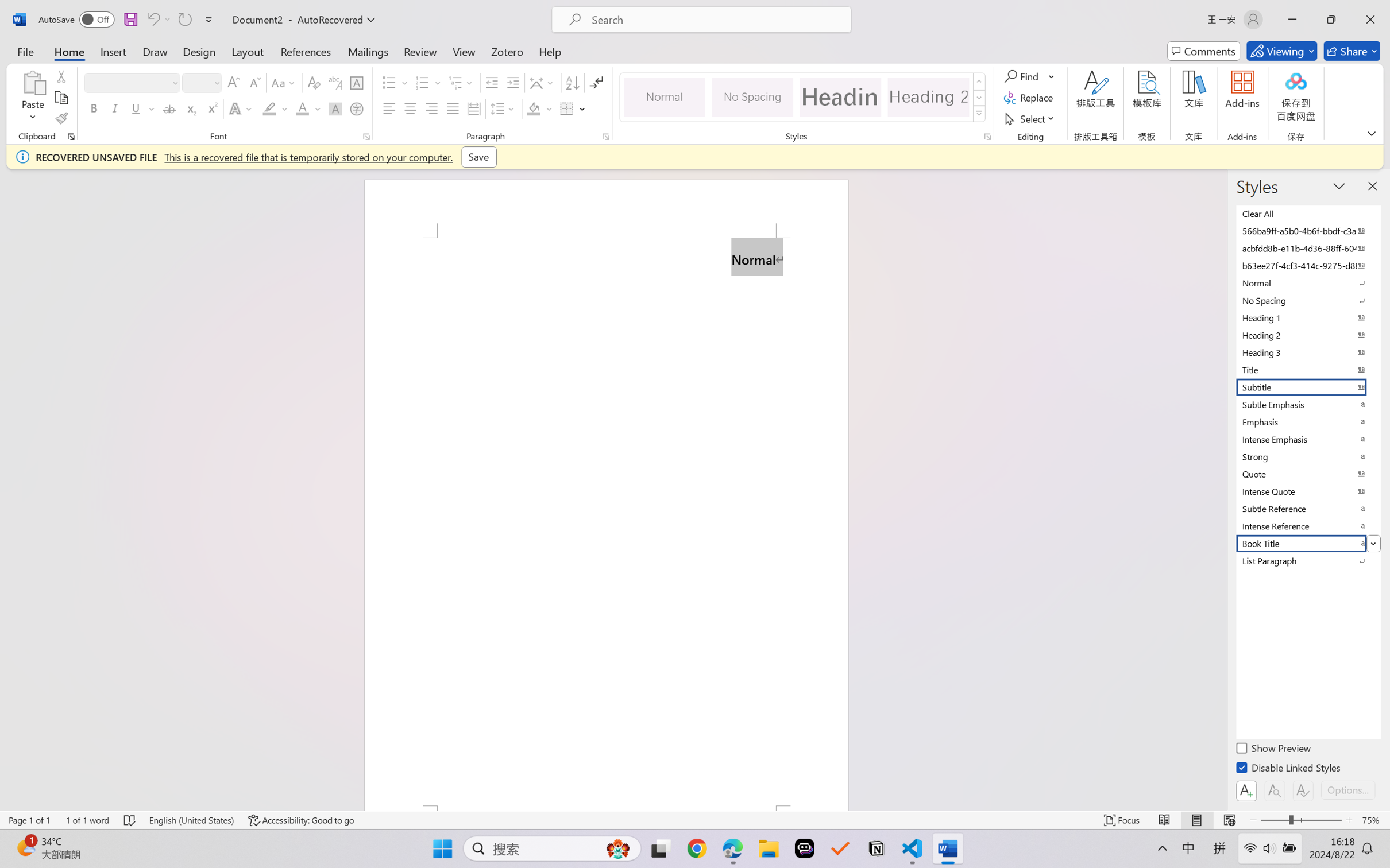 Image resolution: width=1390 pixels, height=868 pixels. What do you see at coordinates (1307, 421) in the screenshot?
I see `'Emphasis'` at bounding box center [1307, 421].